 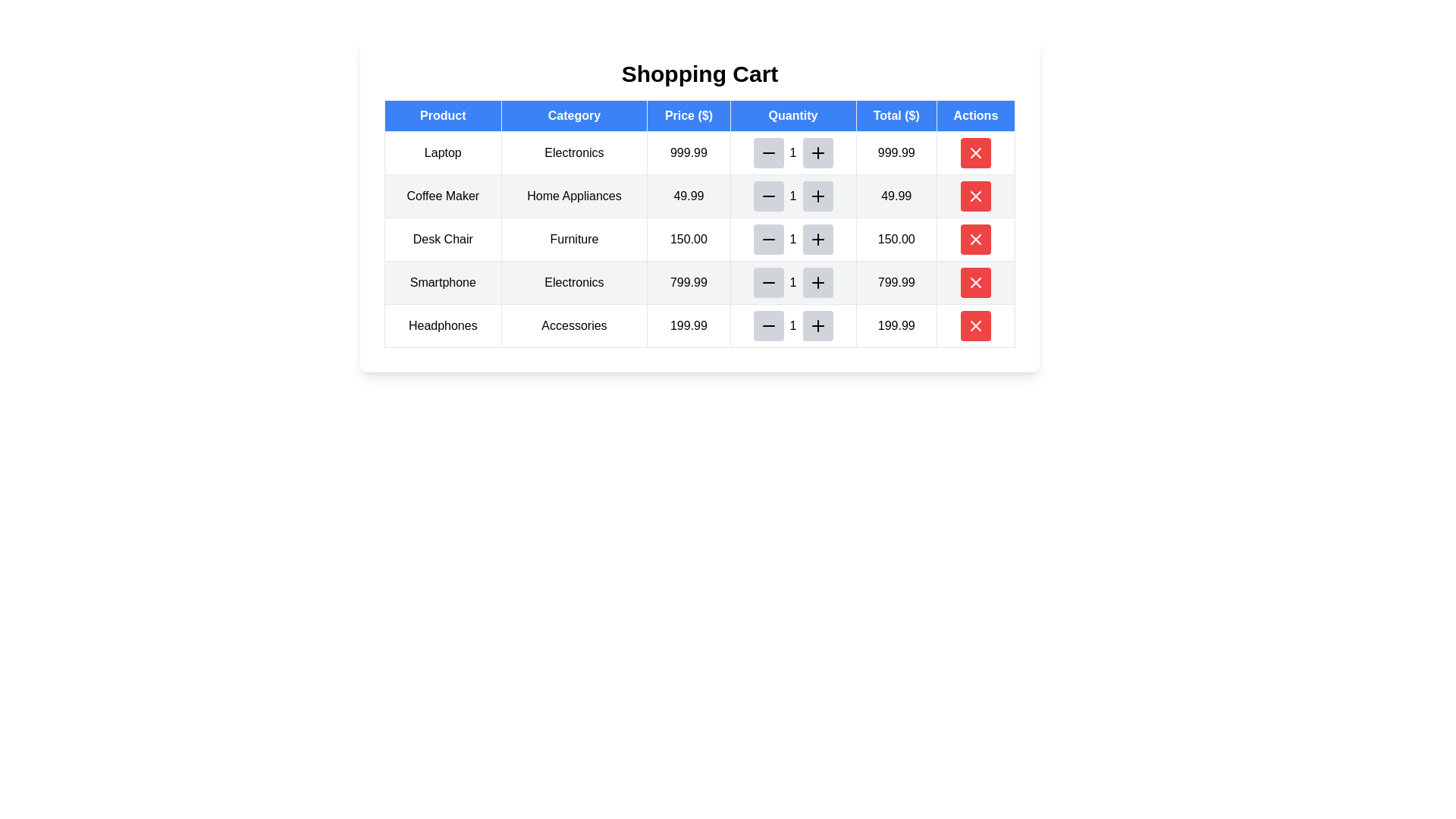 What do you see at coordinates (896, 152) in the screenshot?
I see `the Text Label displaying the calculated total price for the item in the shopping cart, located in the 'Total ($)' column of the table` at bounding box center [896, 152].